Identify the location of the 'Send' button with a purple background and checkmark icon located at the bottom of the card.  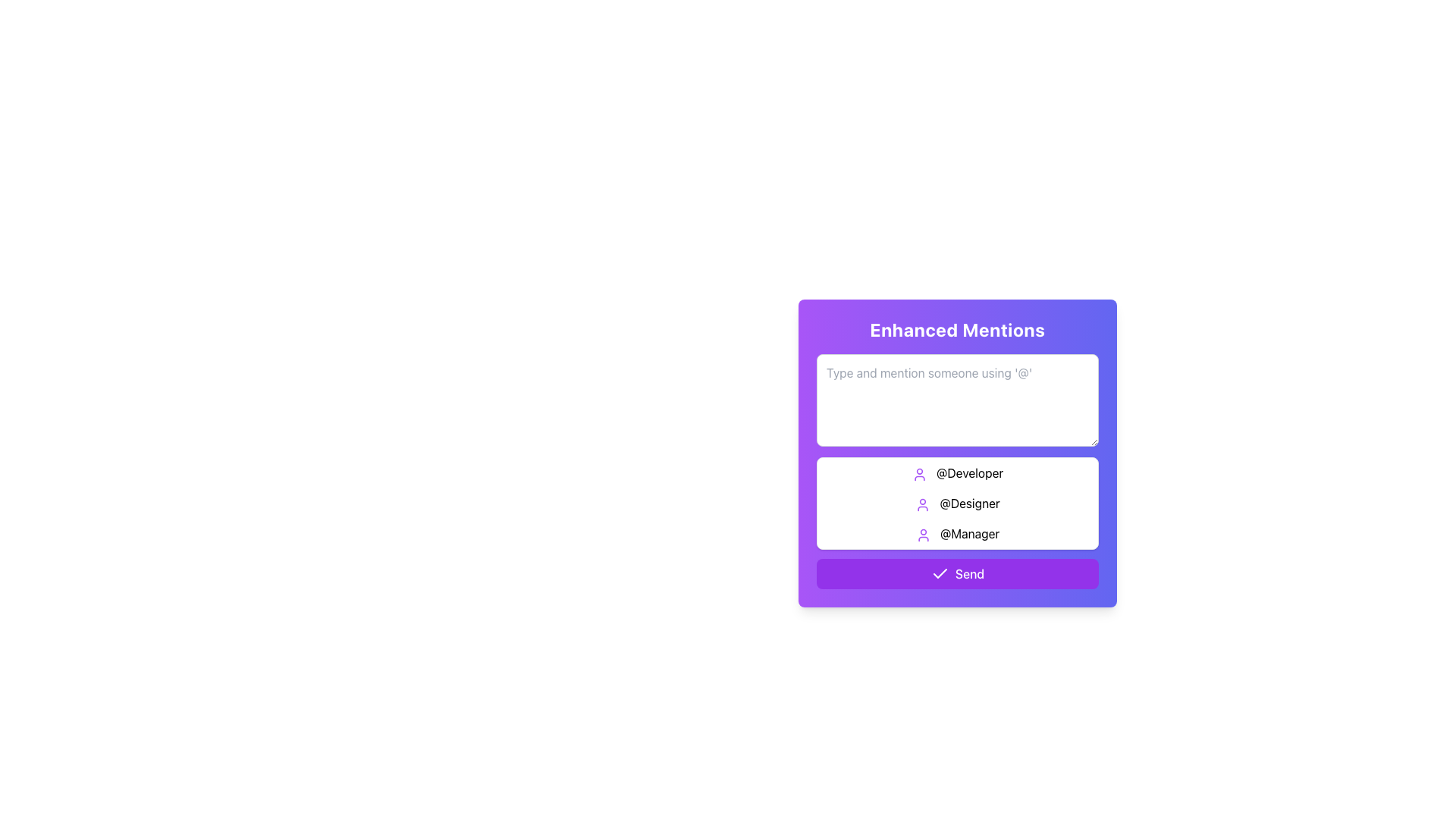
(956, 573).